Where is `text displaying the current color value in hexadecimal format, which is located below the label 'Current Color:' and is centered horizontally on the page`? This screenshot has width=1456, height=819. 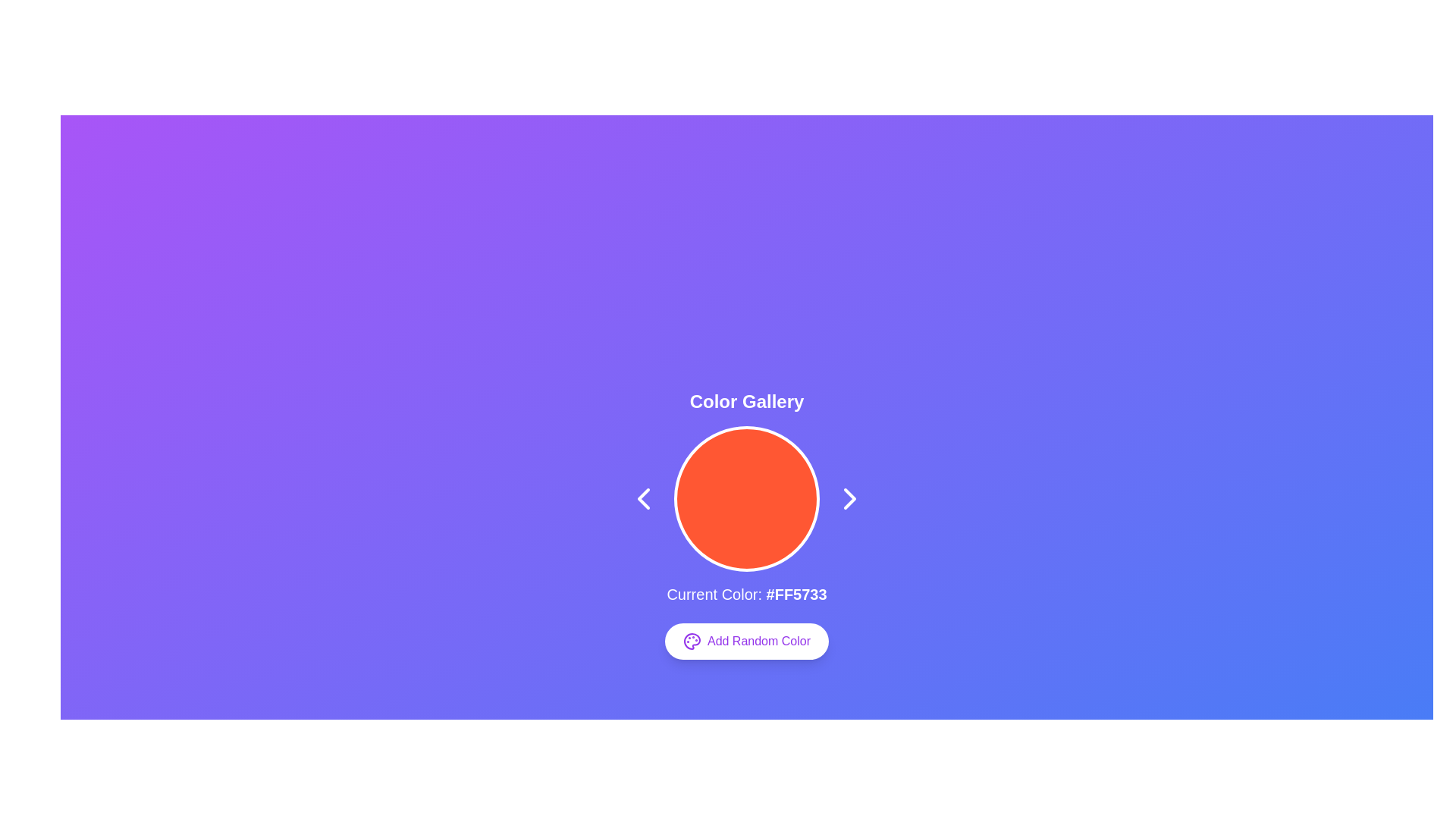 text displaying the current color value in hexadecimal format, which is located below the label 'Current Color:' and is centered horizontally on the page is located at coordinates (795, 593).